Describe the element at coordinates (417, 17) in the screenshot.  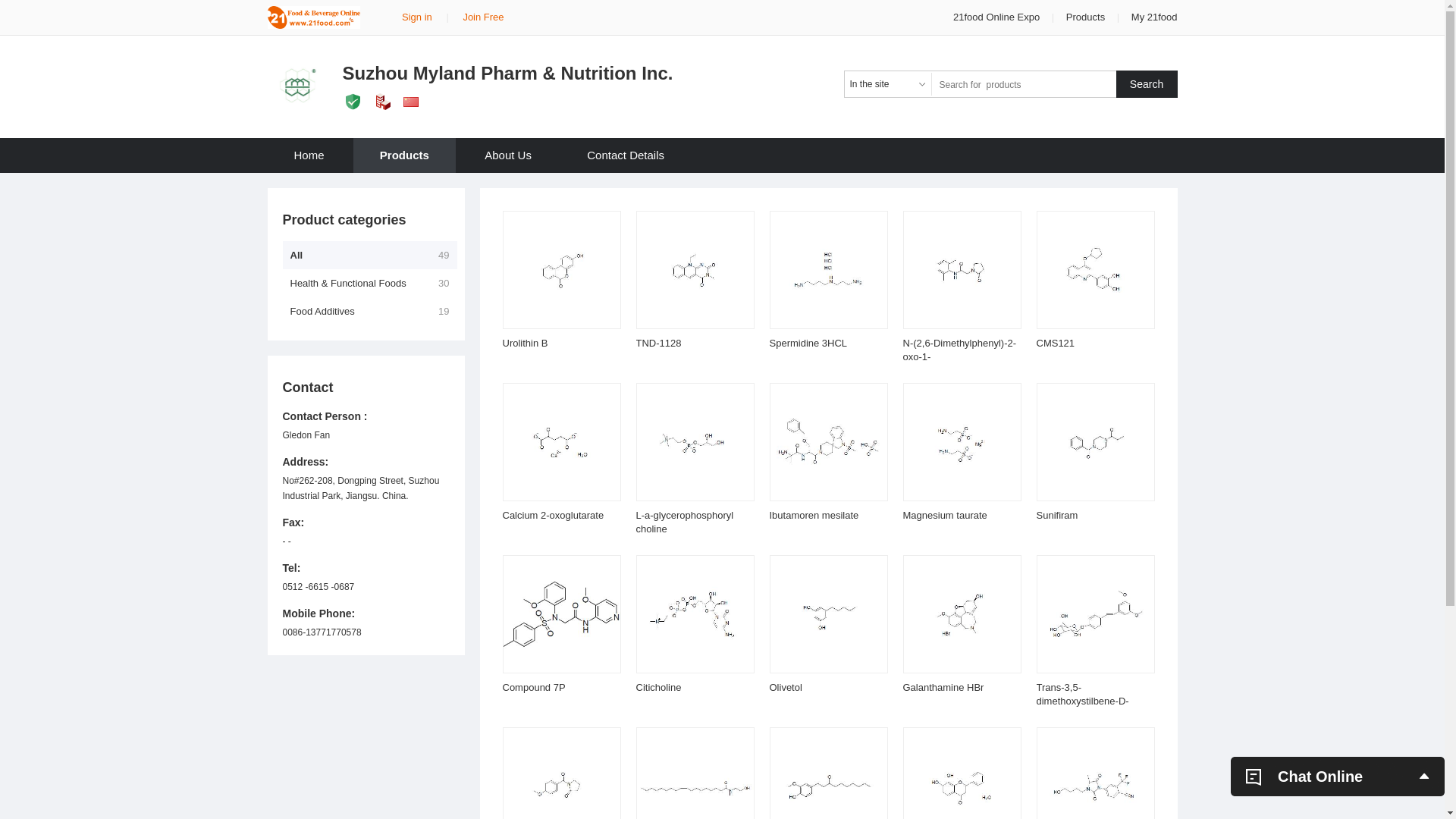
I see `'Sign in'` at that location.